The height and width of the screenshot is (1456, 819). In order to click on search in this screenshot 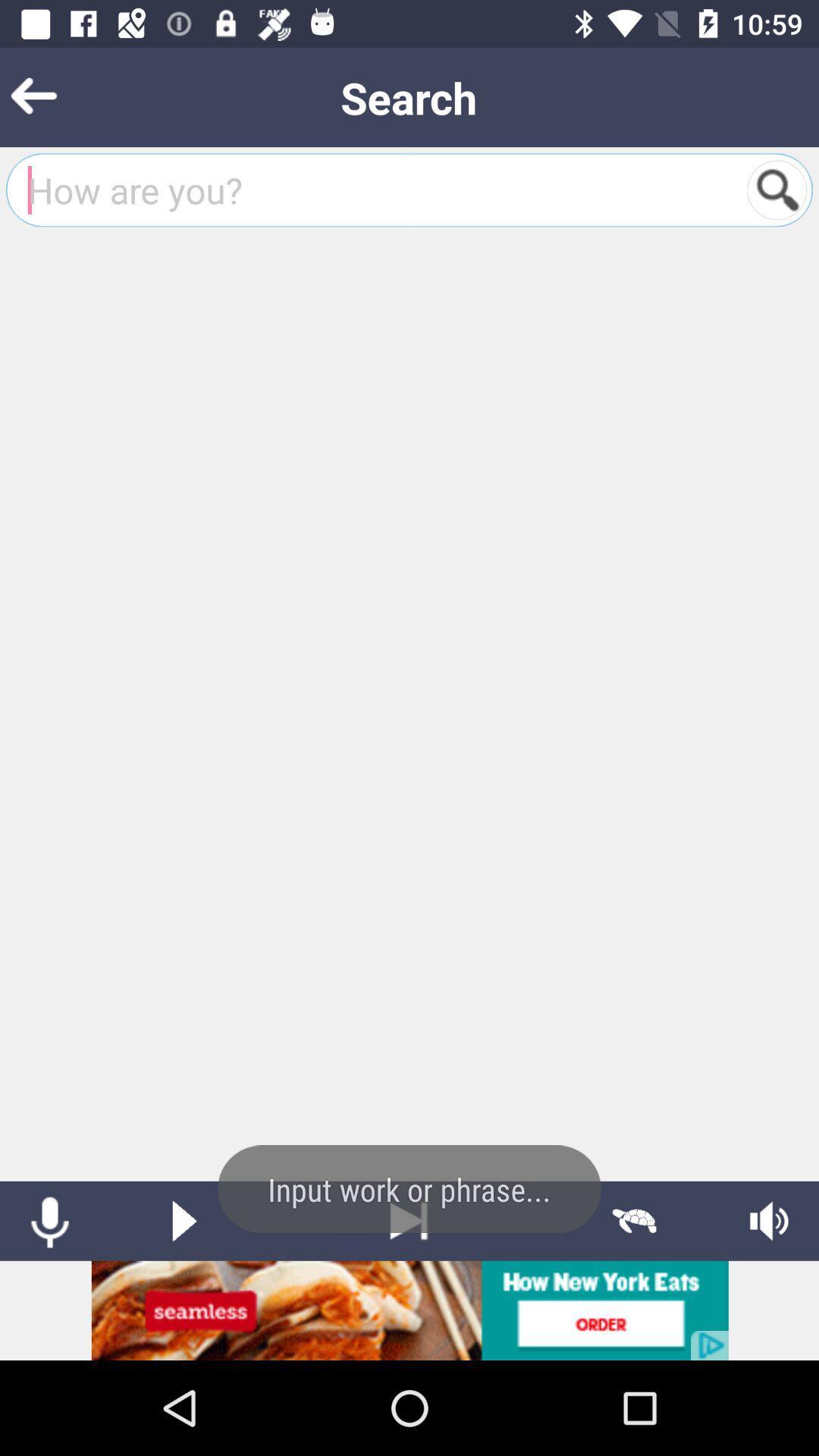, I will do `click(777, 189)`.